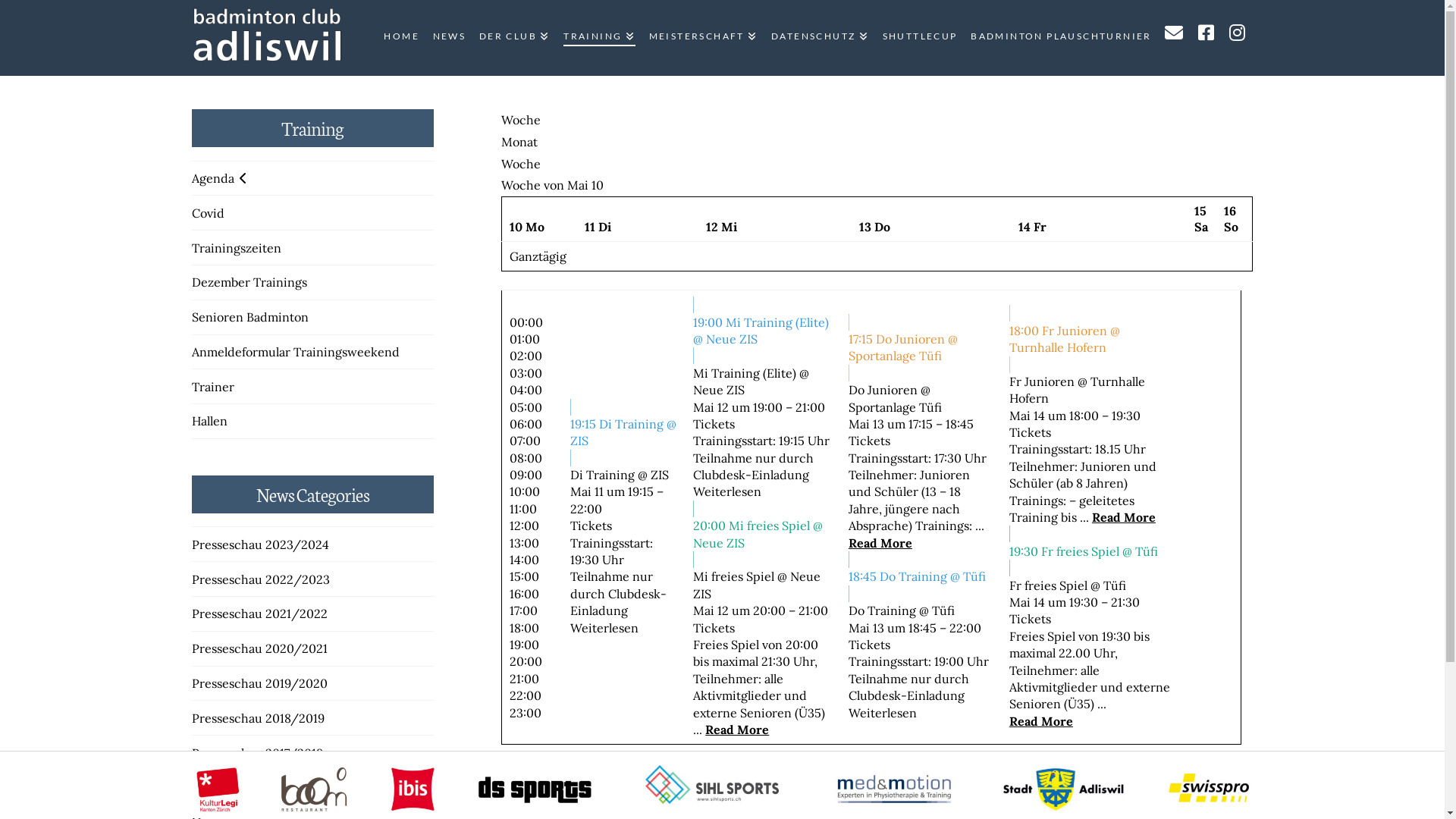 The image size is (1456, 819). I want to click on 'DATENSCHUTZ', so click(818, 37).